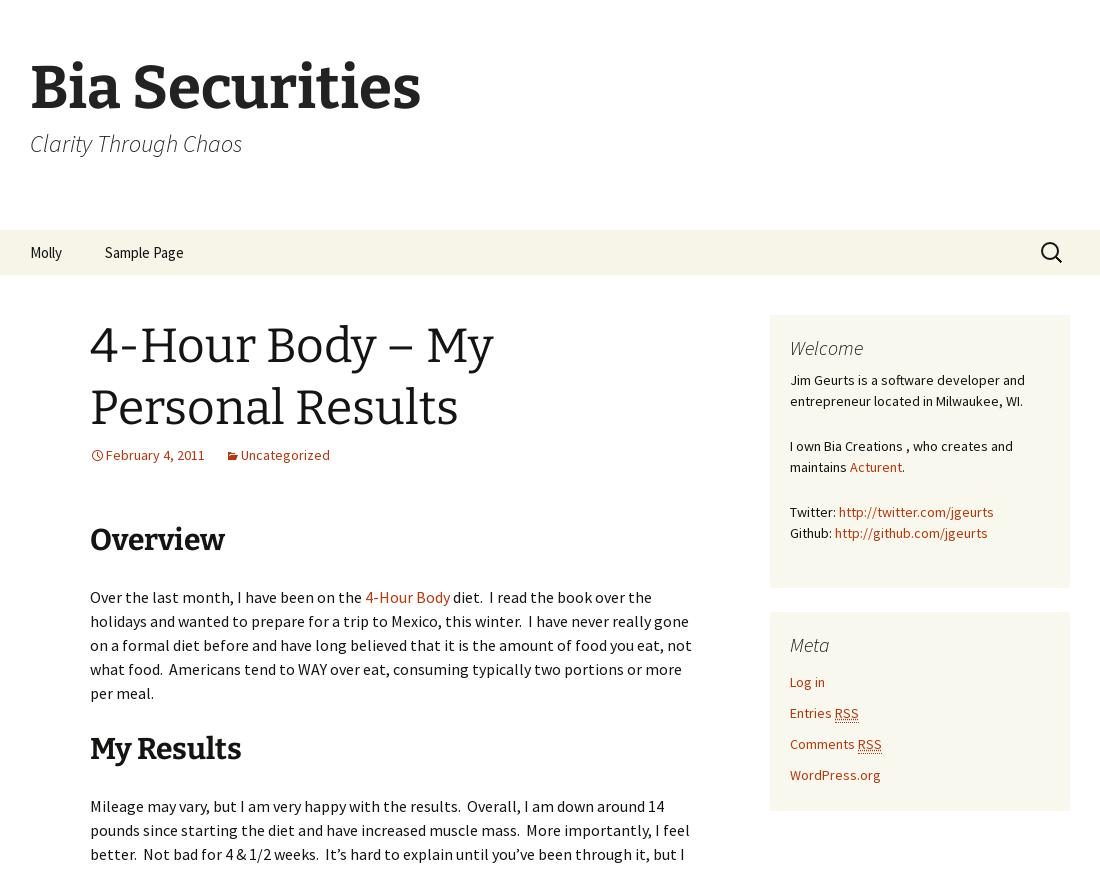 The width and height of the screenshot is (1100, 871). Describe the element at coordinates (156, 538) in the screenshot. I see `'Overview'` at that location.